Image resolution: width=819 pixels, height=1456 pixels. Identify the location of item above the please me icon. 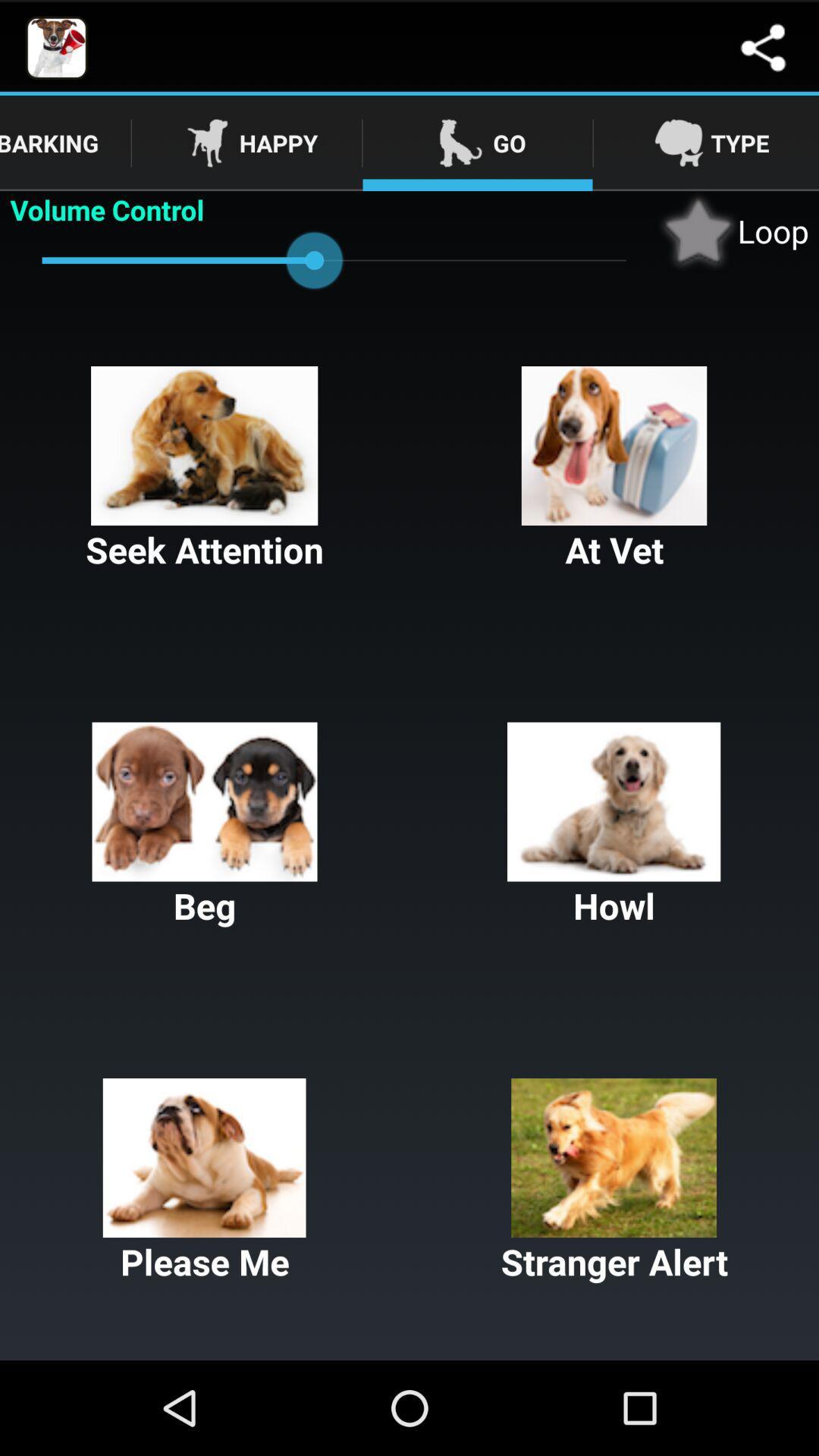
(205, 825).